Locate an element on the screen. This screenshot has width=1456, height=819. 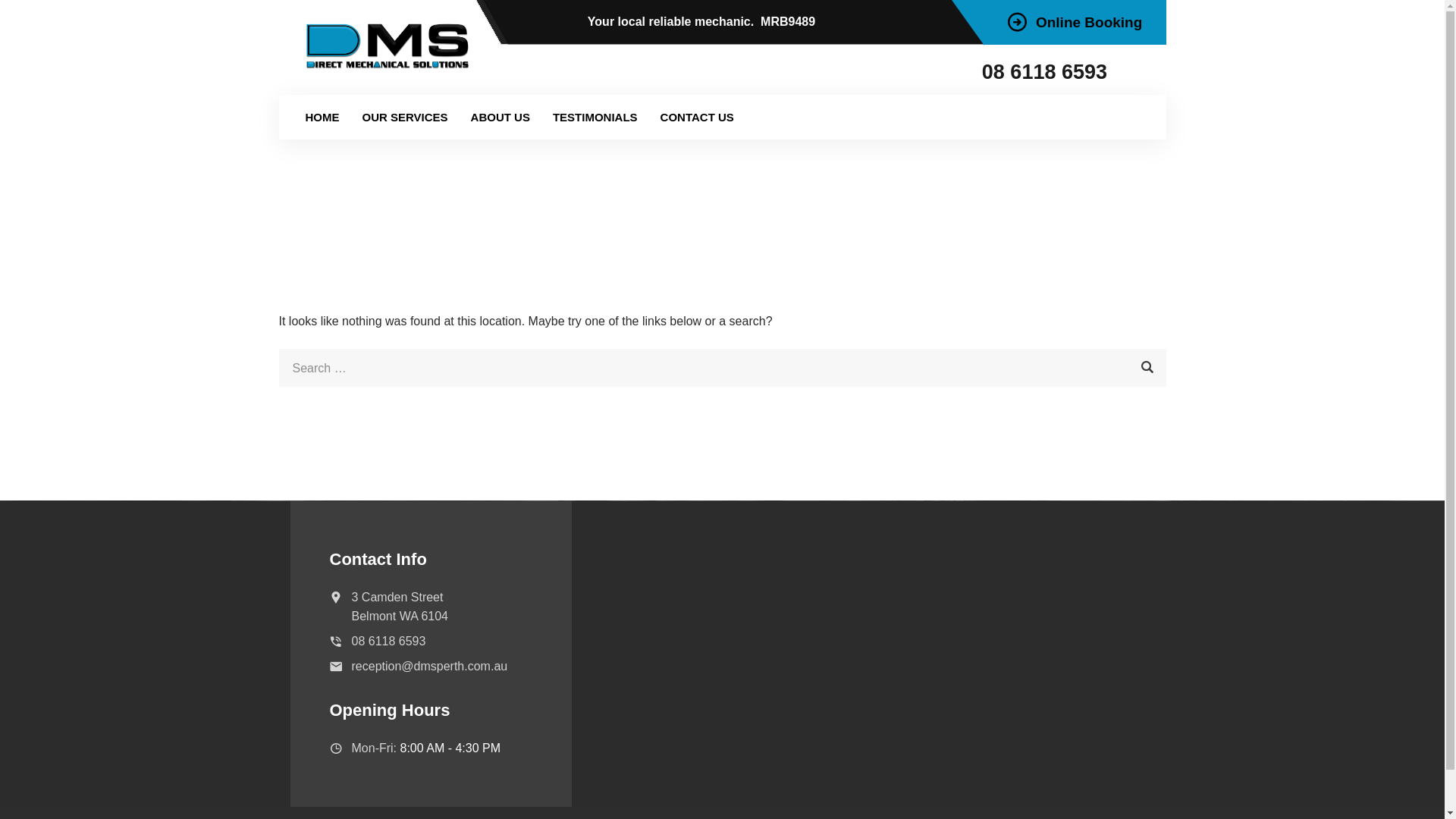
'TESTIMONIALS' is located at coordinates (541, 116).